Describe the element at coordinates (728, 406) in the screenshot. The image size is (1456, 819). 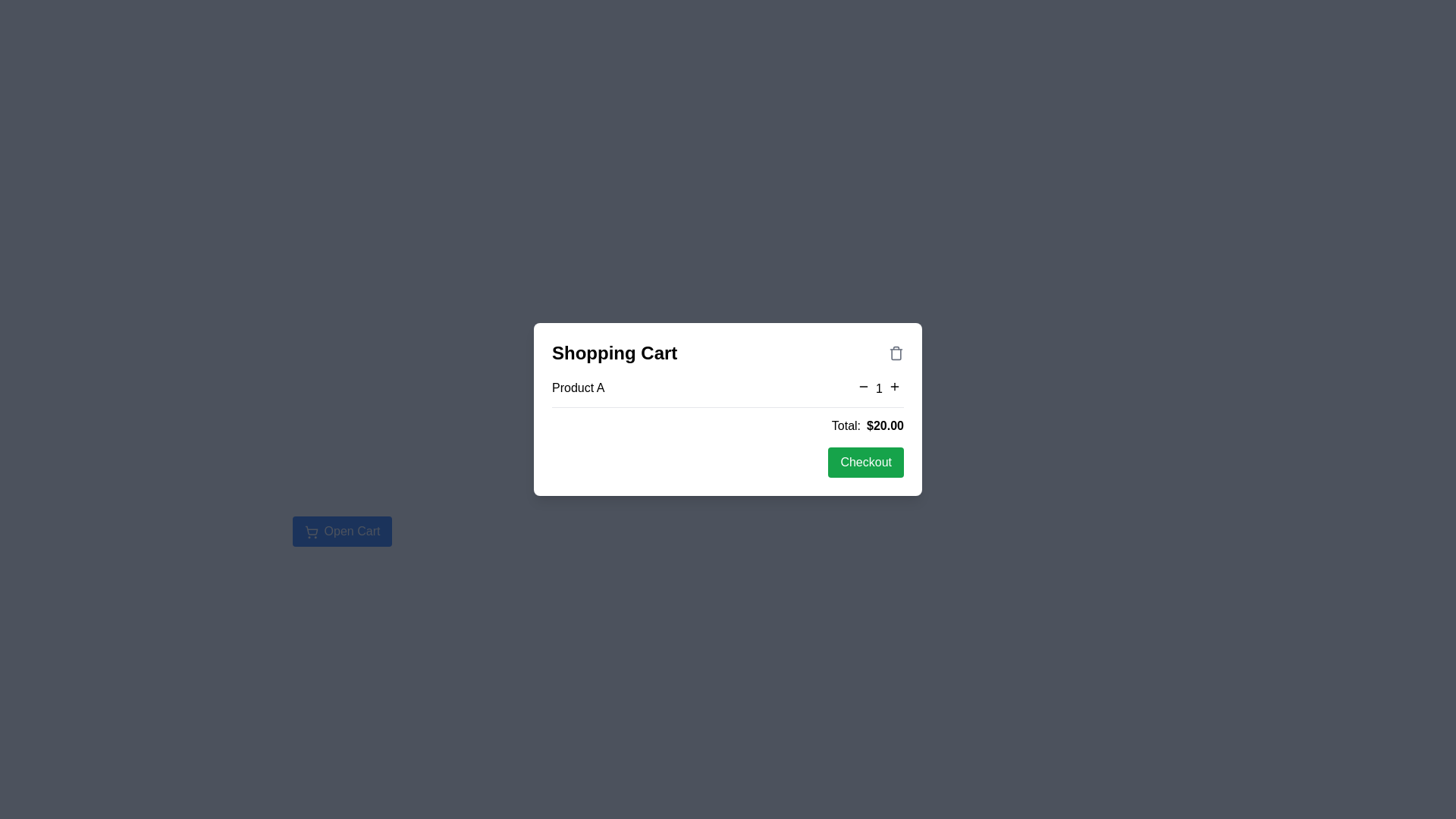
I see `the decorative horizontal line that serves as a separator between the product list and the total cost display in the shopping cart overview card` at that location.